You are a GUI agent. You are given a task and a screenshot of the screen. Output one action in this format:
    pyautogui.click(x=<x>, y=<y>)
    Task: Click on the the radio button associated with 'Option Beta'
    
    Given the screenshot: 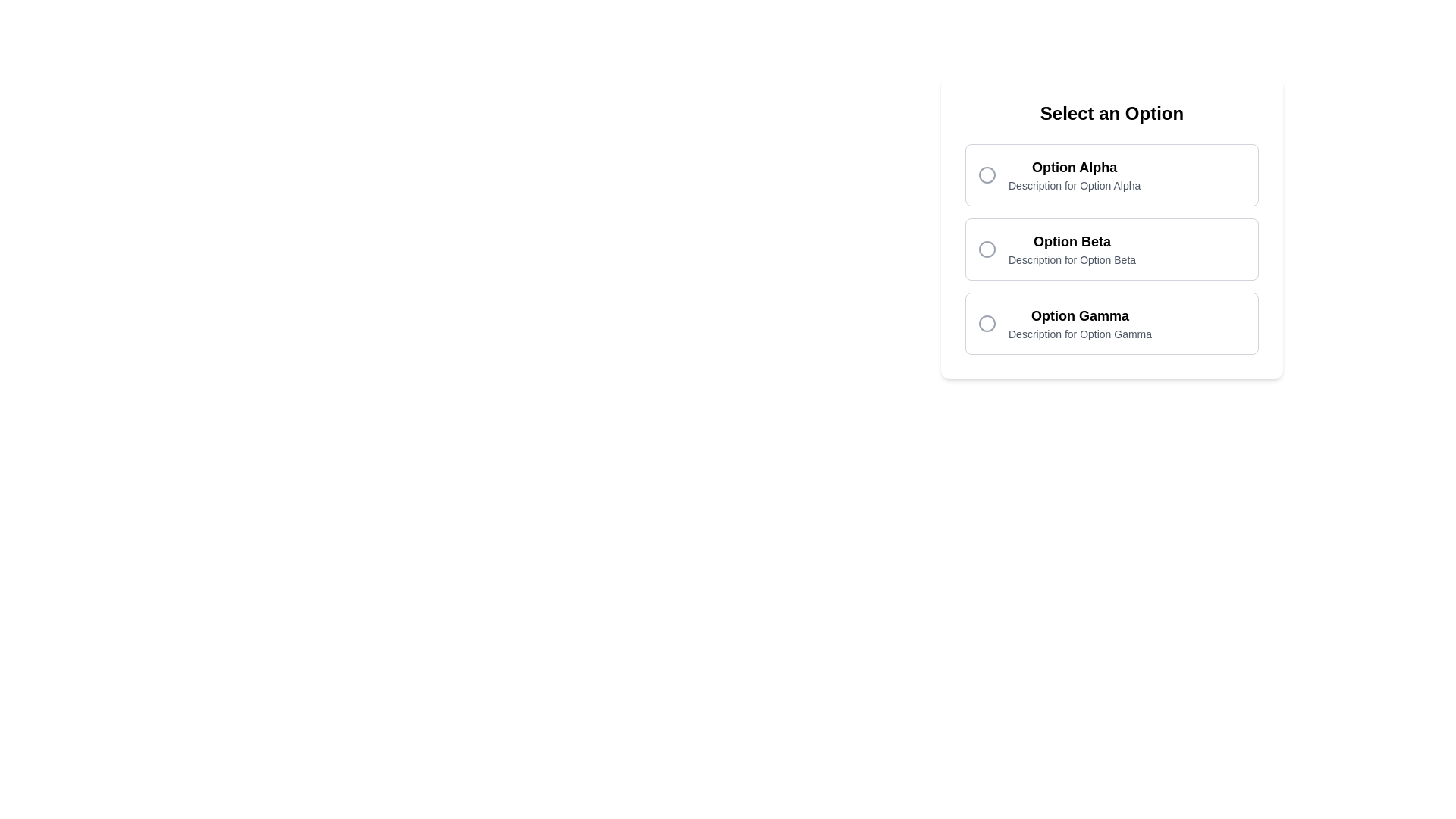 What is the action you would take?
    pyautogui.click(x=987, y=248)
    